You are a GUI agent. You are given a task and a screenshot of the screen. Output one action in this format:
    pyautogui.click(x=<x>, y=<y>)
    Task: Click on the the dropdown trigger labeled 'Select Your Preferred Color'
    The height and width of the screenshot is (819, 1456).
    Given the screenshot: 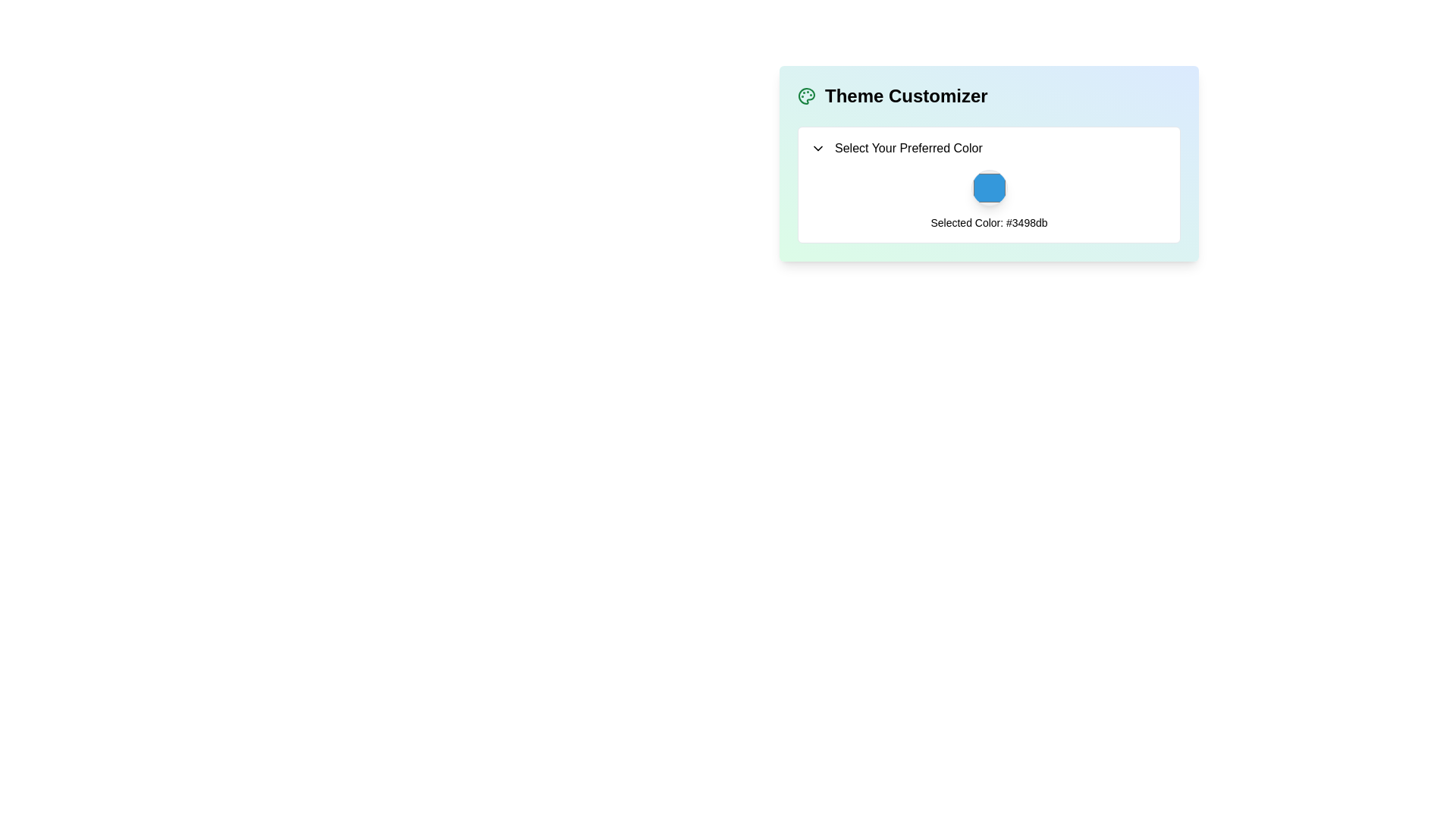 What is the action you would take?
    pyautogui.click(x=989, y=149)
    